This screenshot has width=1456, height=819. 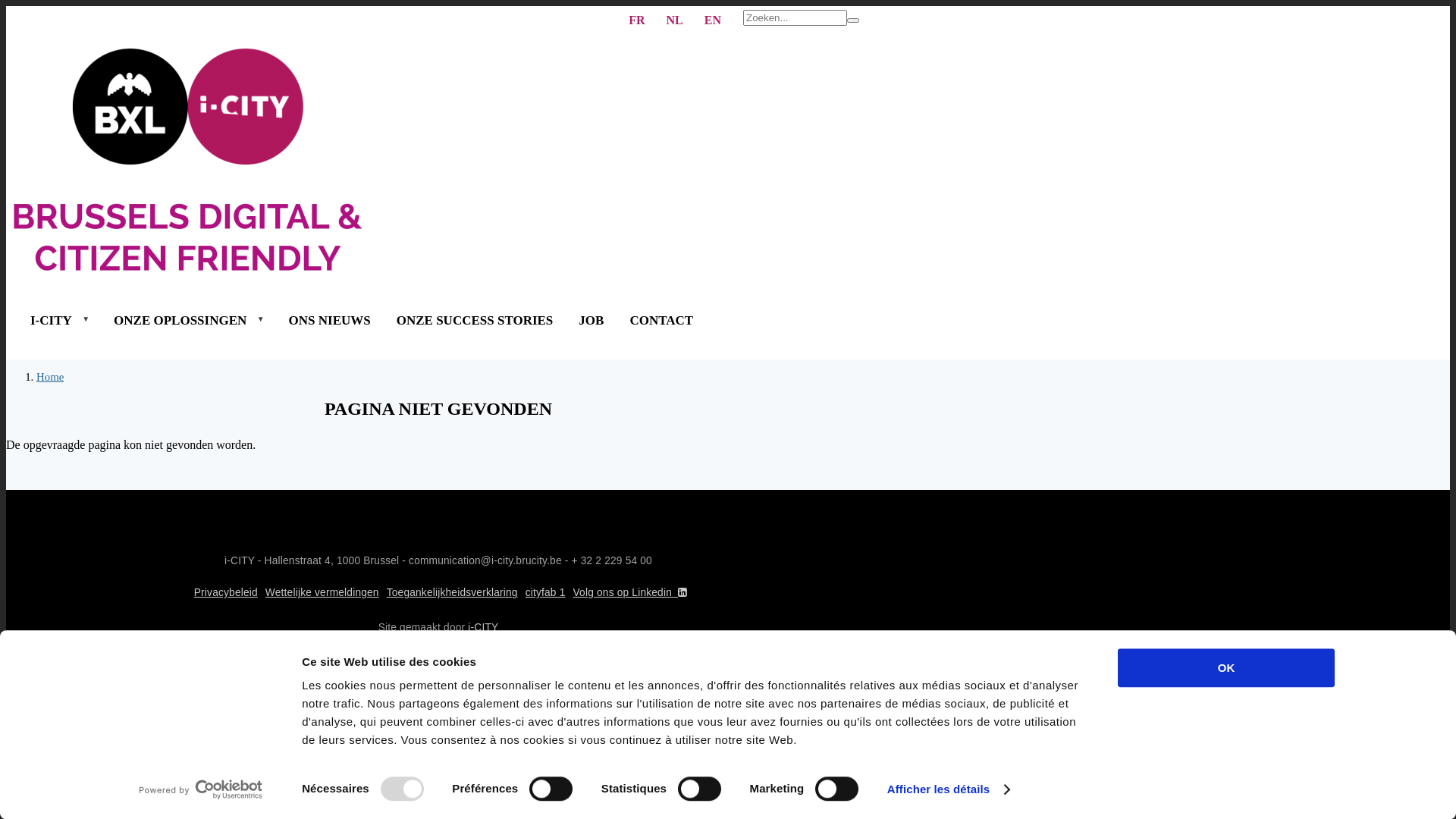 What do you see at coordinates (50, 376) in the screenshot?
I see `'Home'` at bounding box center [50, 376].